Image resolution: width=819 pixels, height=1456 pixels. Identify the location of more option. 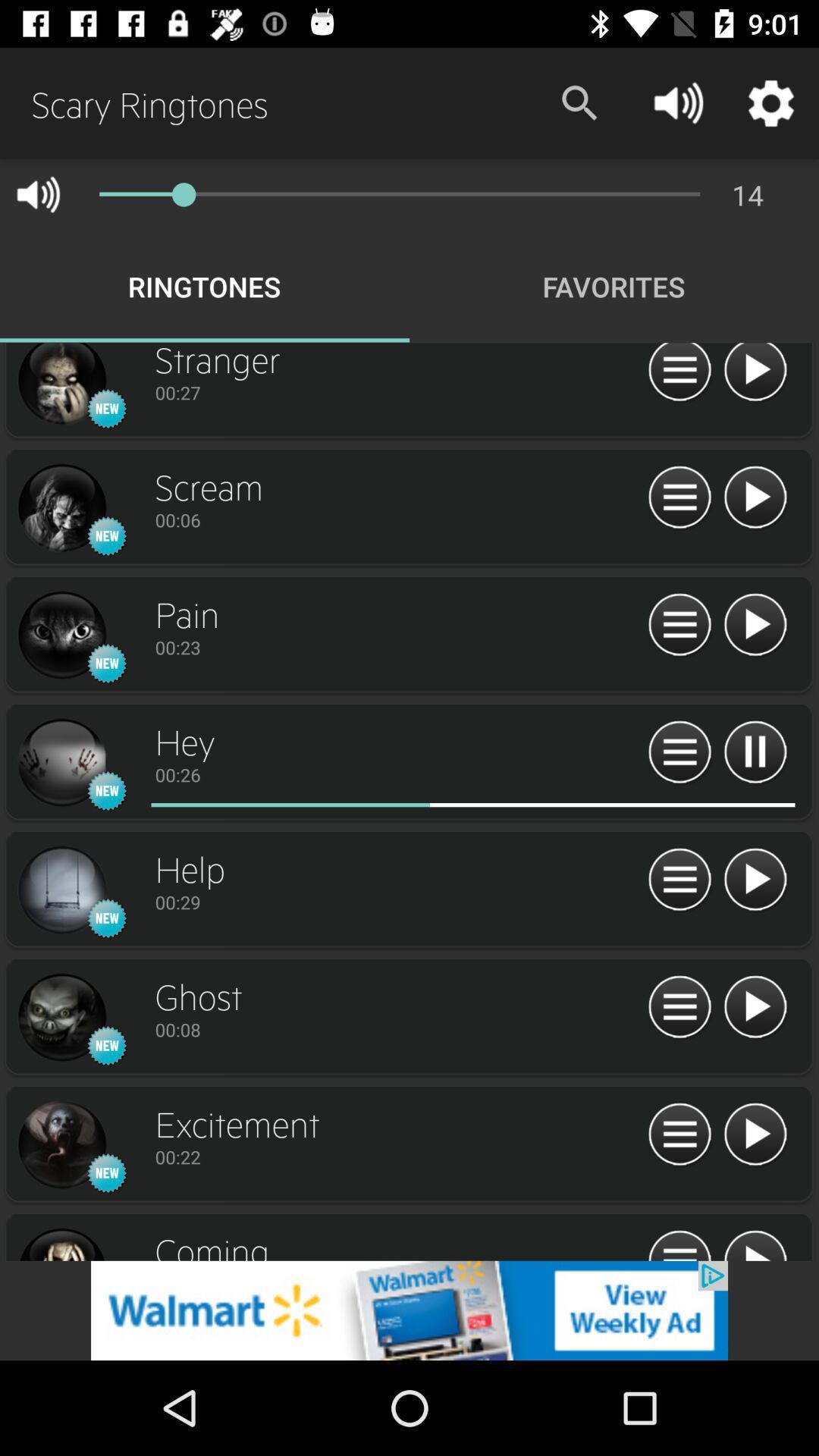
(679, 753).